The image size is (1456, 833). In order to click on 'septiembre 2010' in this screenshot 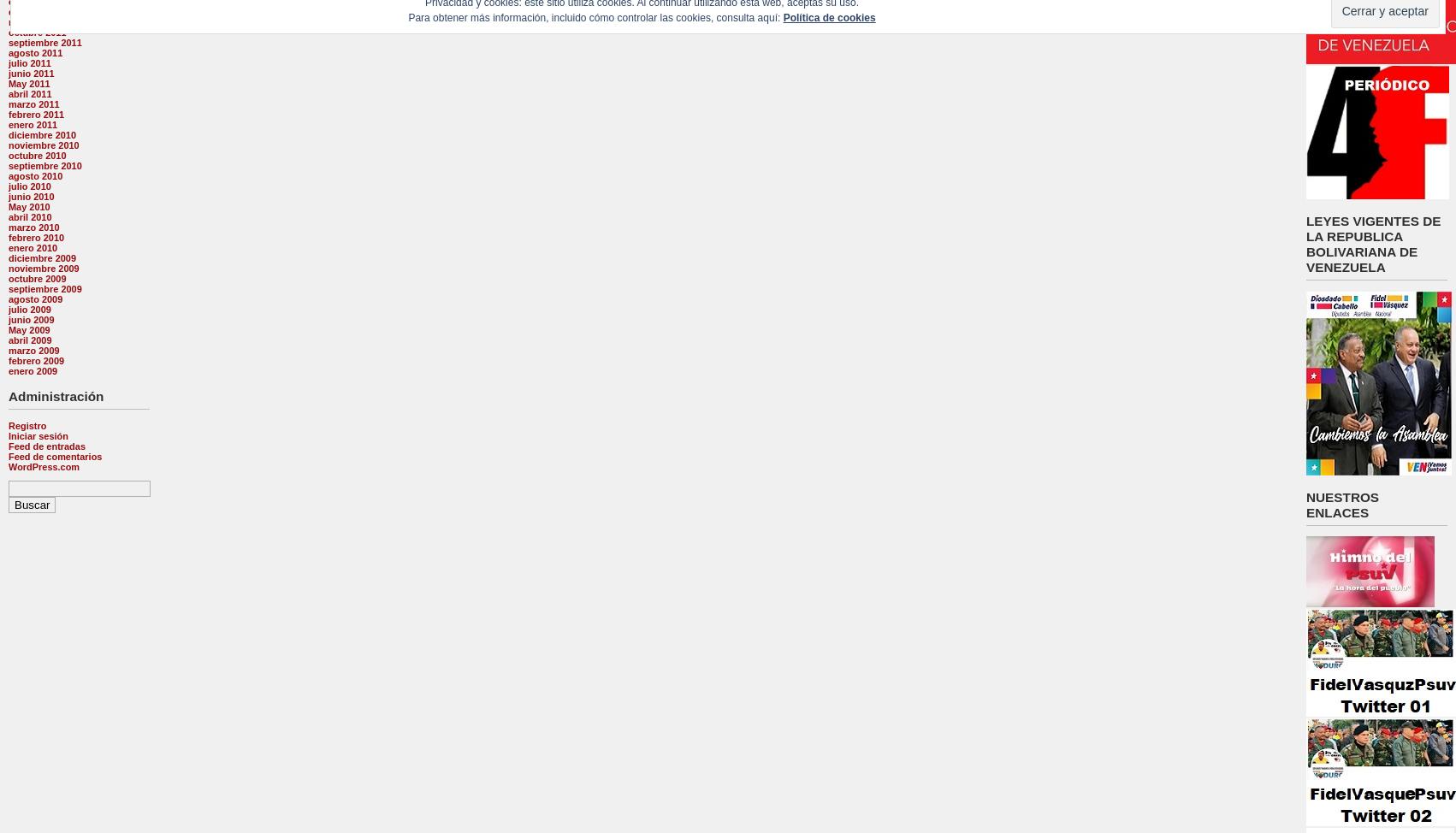, I will do `click(44, 166)`.